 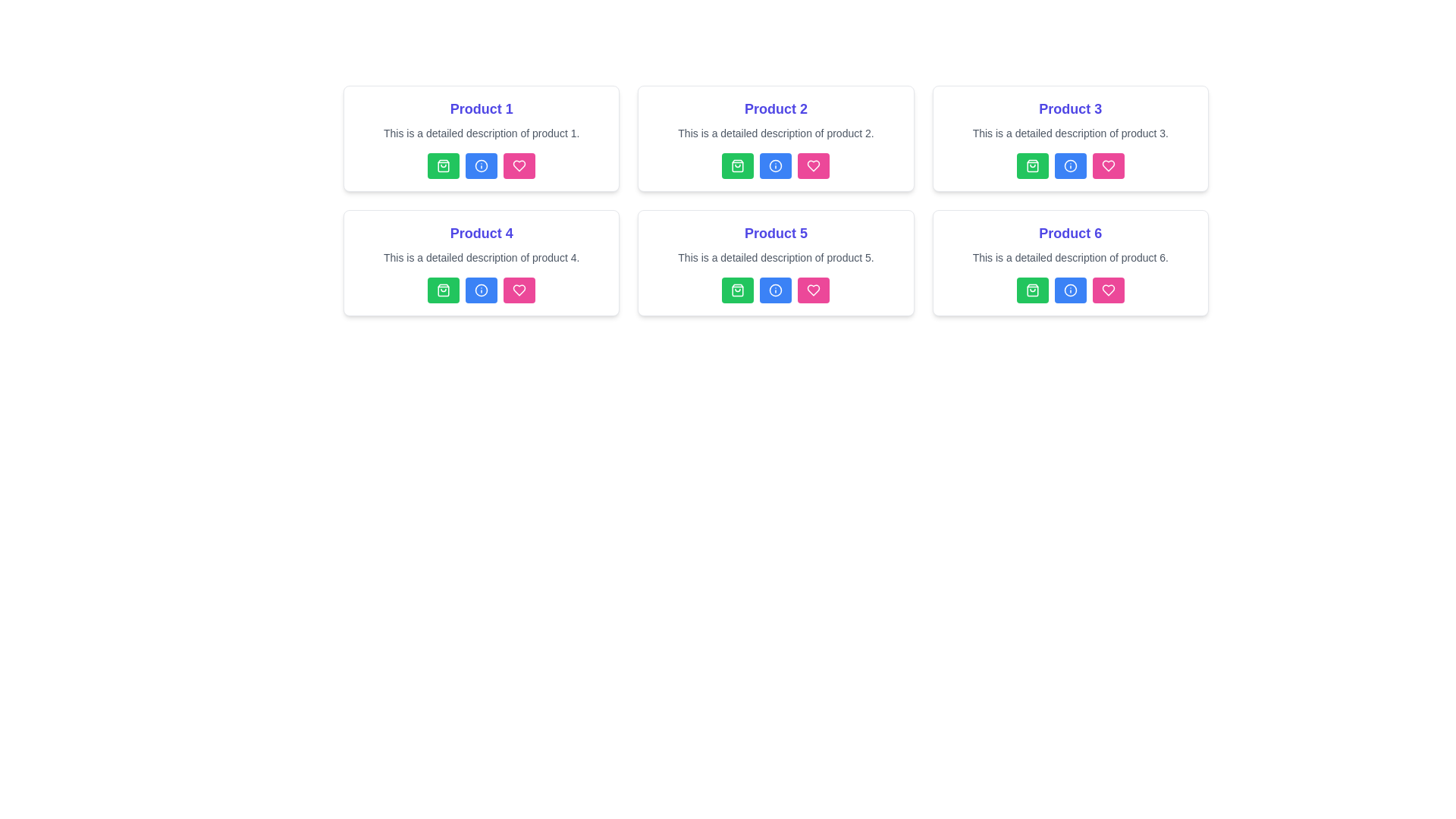 What do you see at coordinates (776, 290) in the screenshot?
I see `the circular 'info' icon embedded in the 'Product 5' section, which is the middle icon among three visual actions` at bounding box center [776, 290].